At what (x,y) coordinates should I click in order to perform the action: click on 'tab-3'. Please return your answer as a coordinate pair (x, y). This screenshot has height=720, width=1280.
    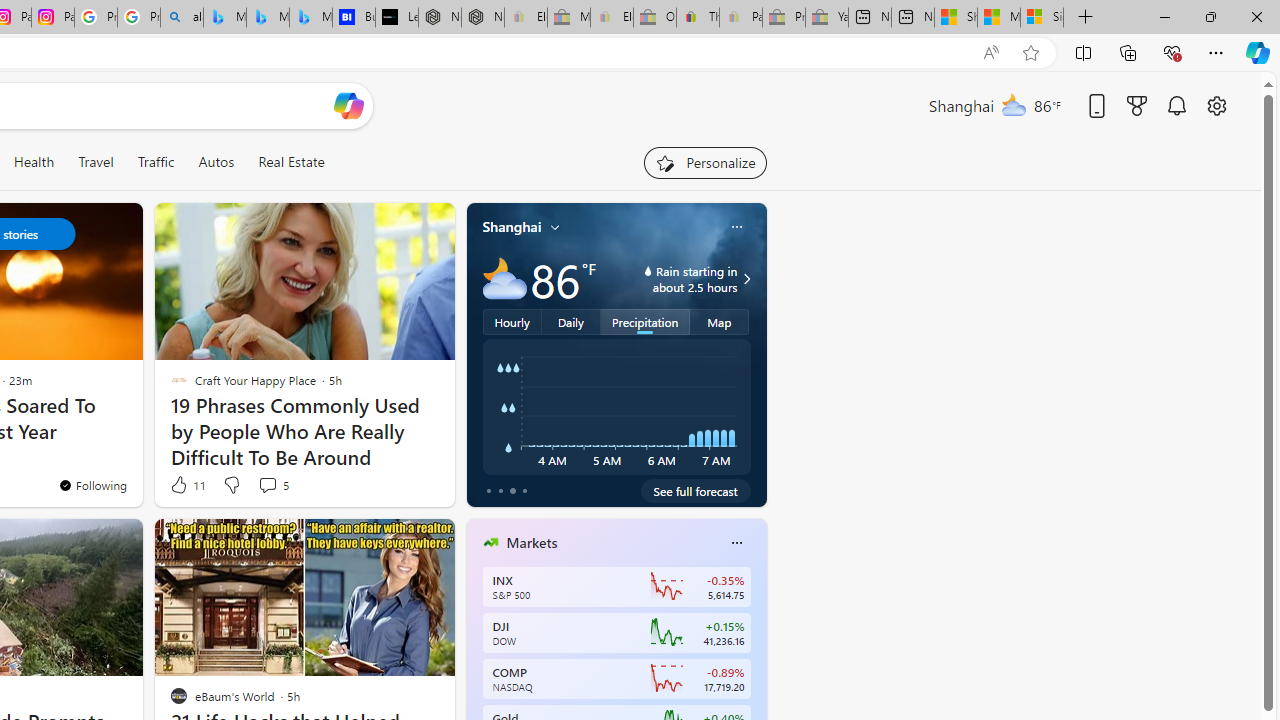
    Looking at the image, I should click on (524, 491).